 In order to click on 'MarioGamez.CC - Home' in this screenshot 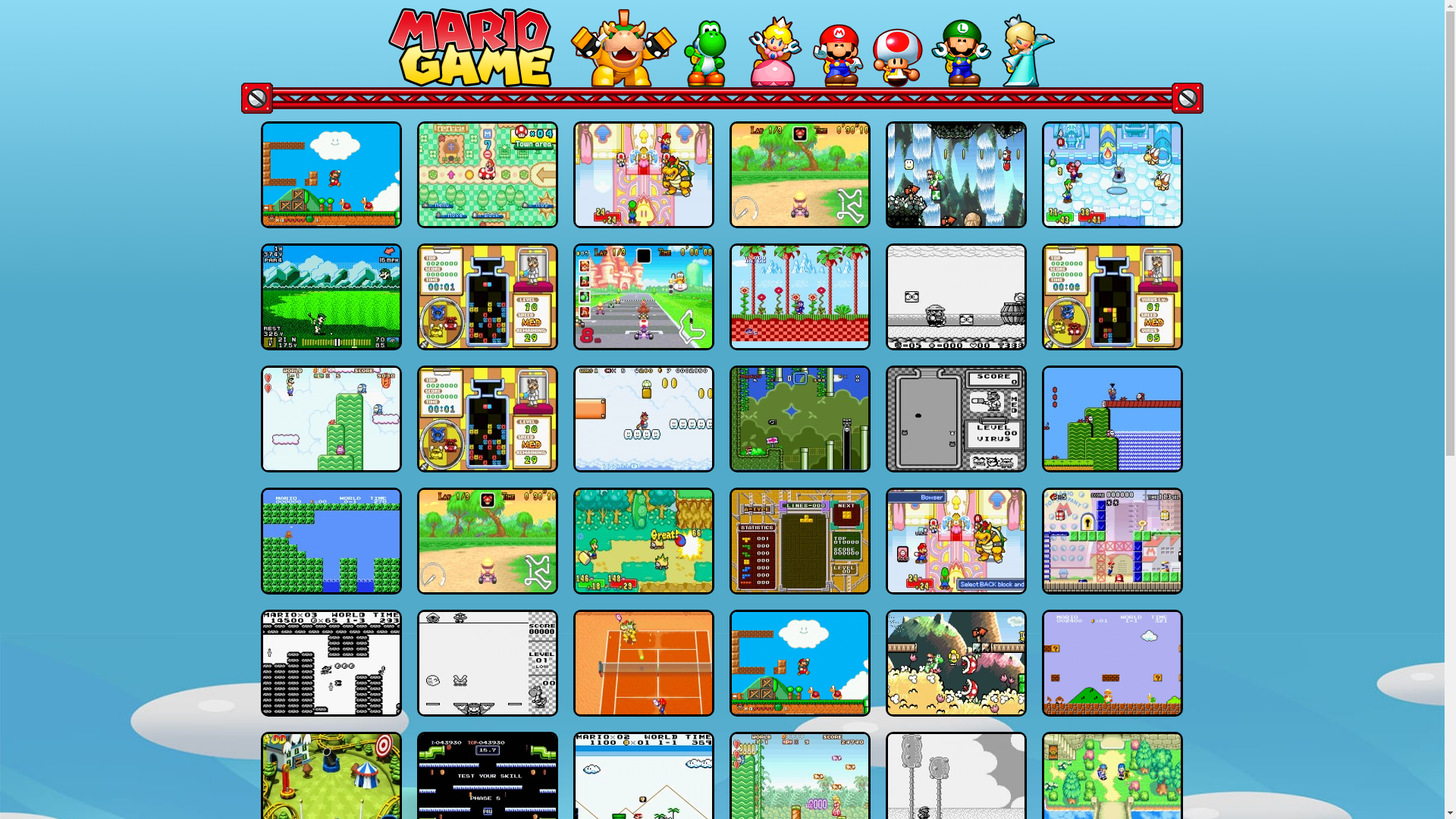, I will do `click(471, 45)`.